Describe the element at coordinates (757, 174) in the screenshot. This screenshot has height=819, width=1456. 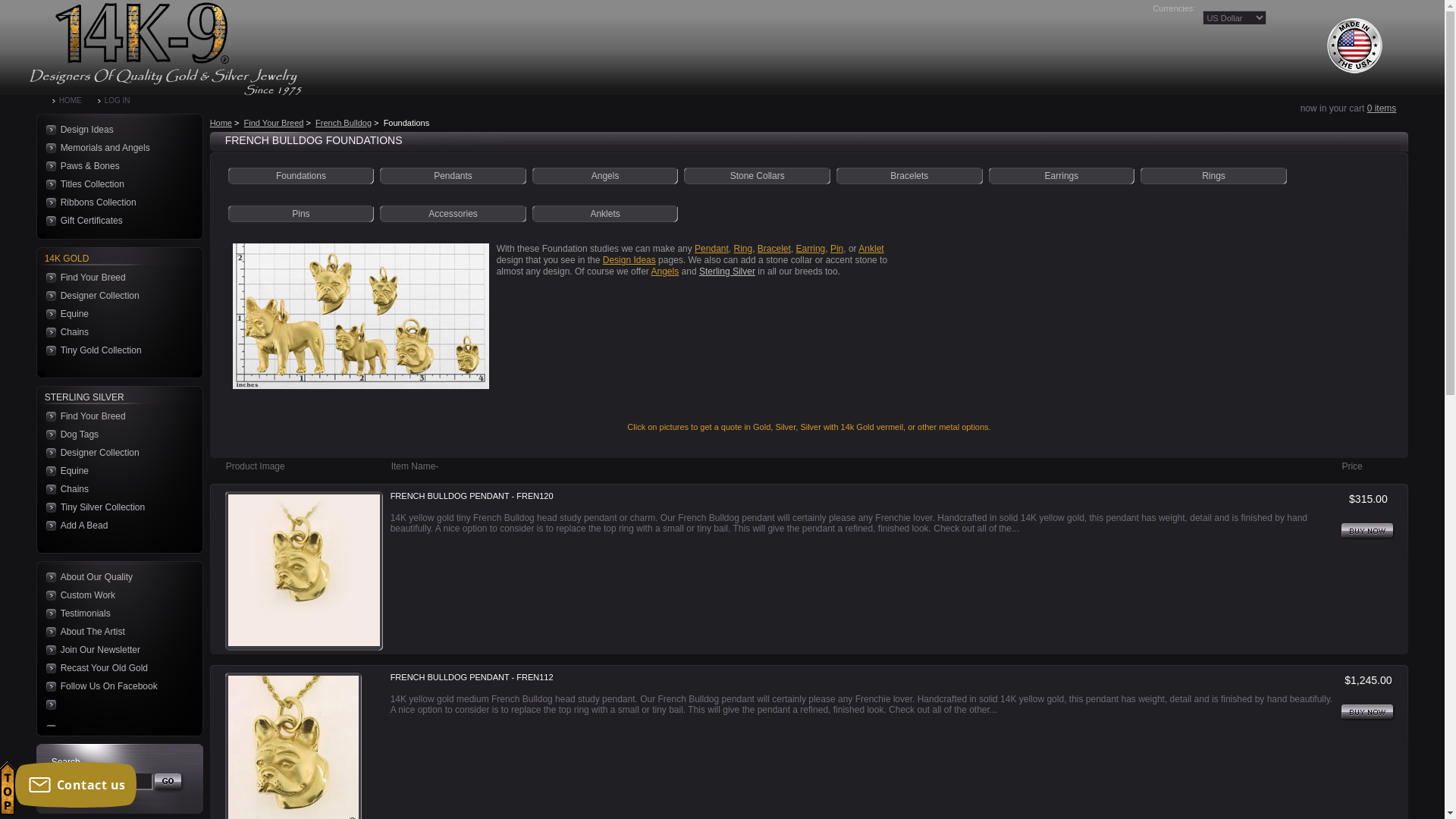
I see `'Stone Collars'` at that location.